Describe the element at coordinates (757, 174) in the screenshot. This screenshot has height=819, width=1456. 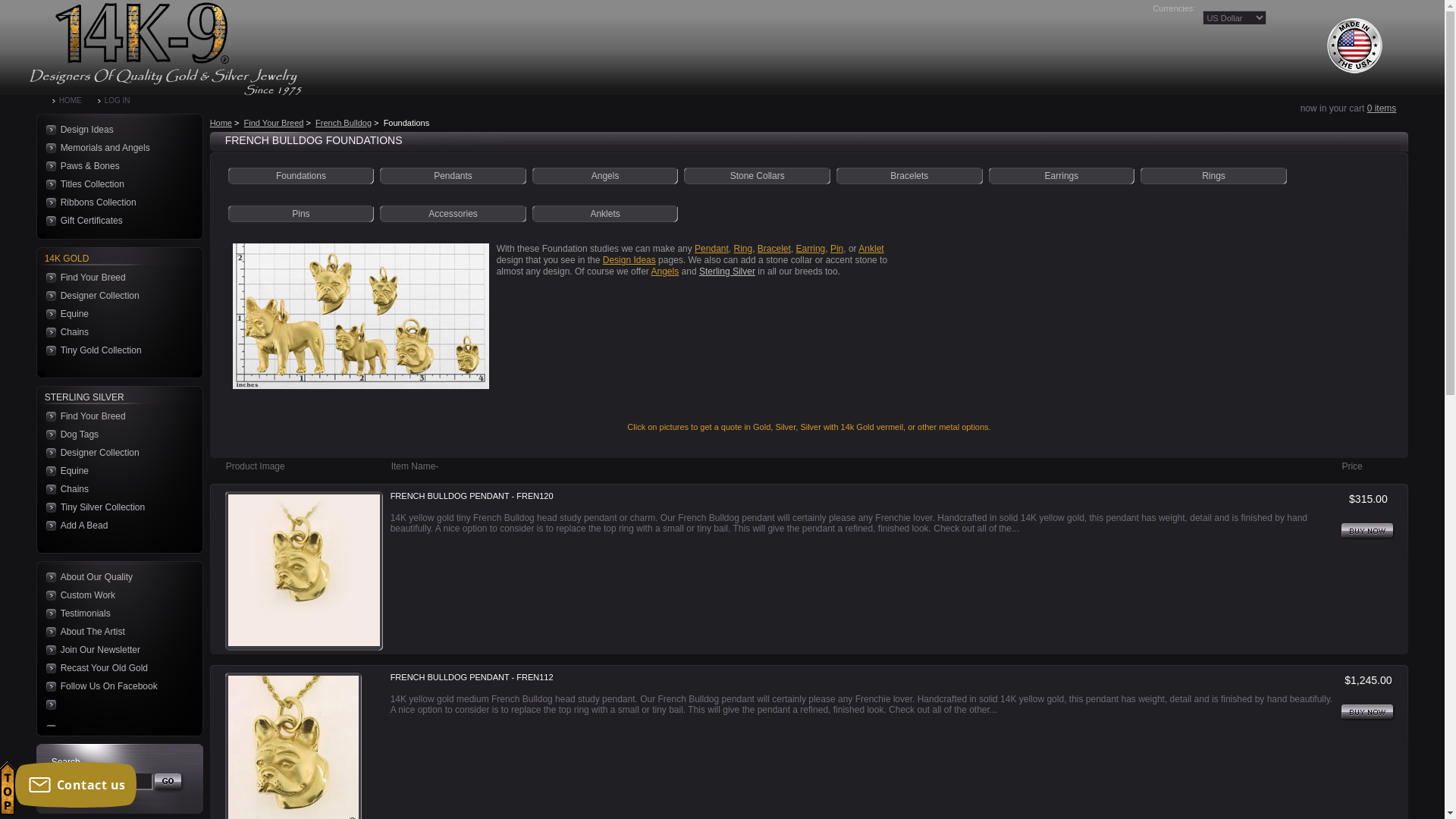
I see `'Stone Collars'` at that location.